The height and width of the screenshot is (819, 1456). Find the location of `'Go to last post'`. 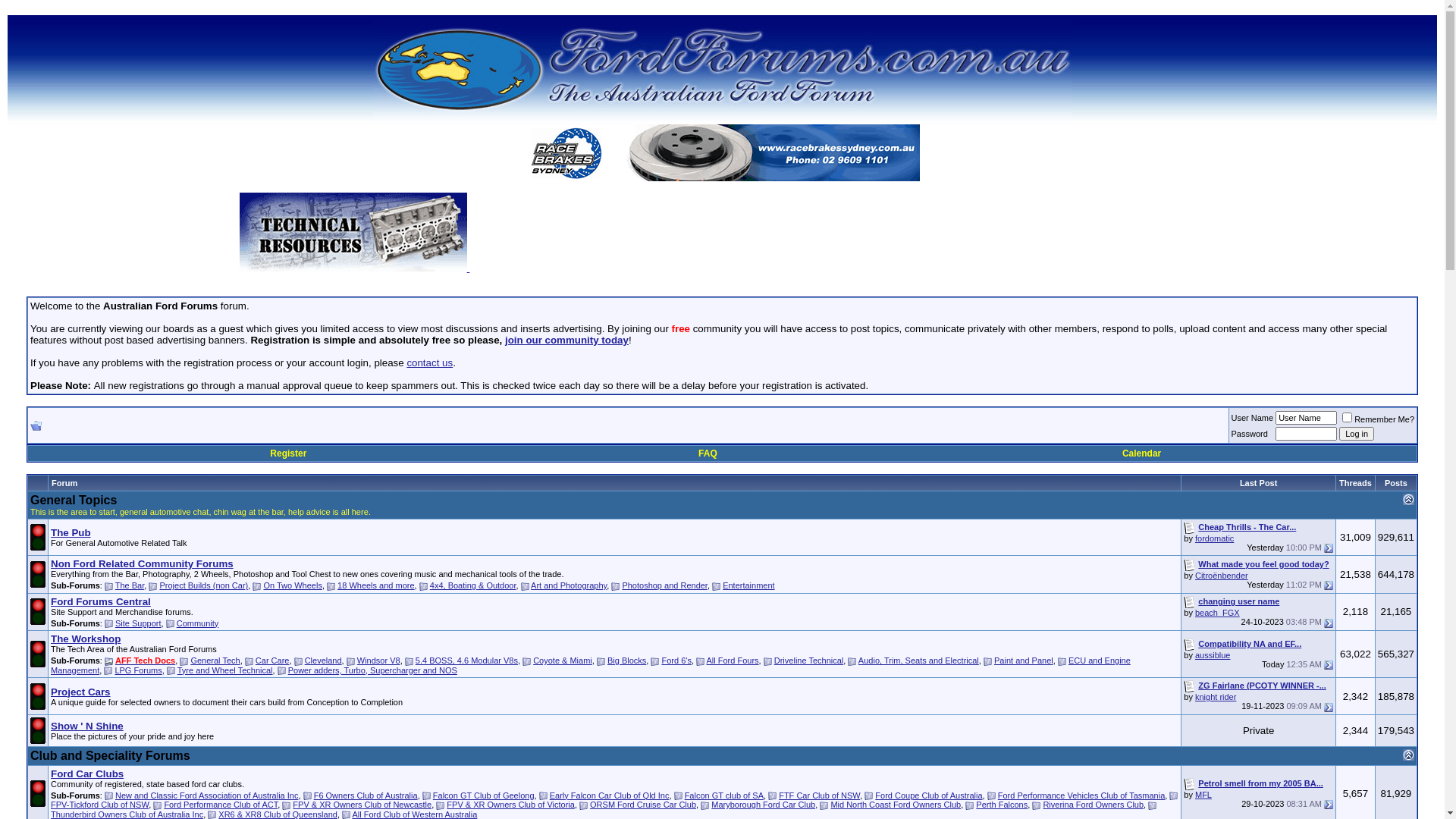

'Go to last post' is located at coordinates (1323, 548).